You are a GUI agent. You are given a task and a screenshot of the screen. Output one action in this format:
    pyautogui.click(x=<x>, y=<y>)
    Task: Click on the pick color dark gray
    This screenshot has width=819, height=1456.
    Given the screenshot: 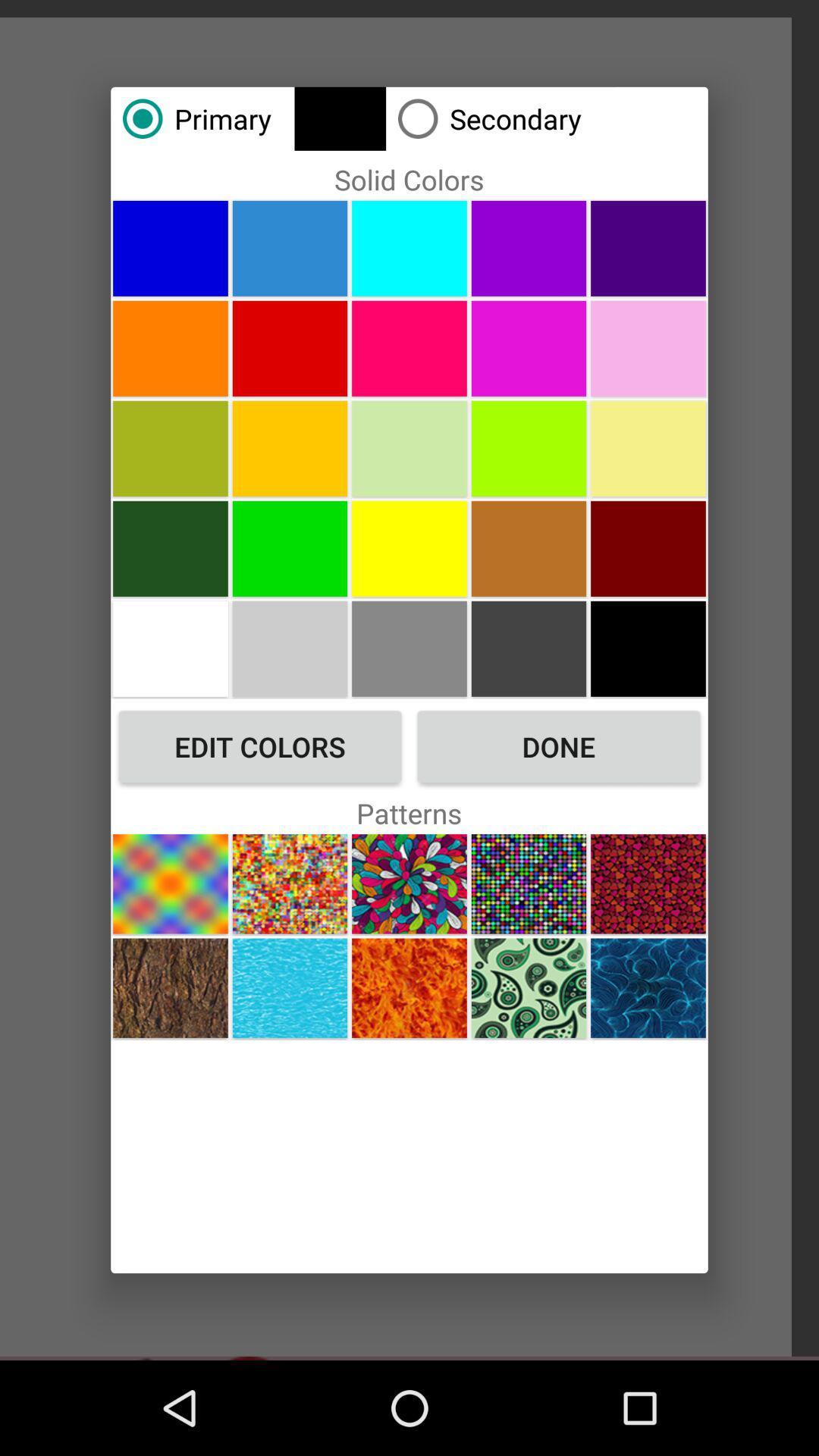 What is the action you would take?
    pyautogui.click(x=528, y=648)
    